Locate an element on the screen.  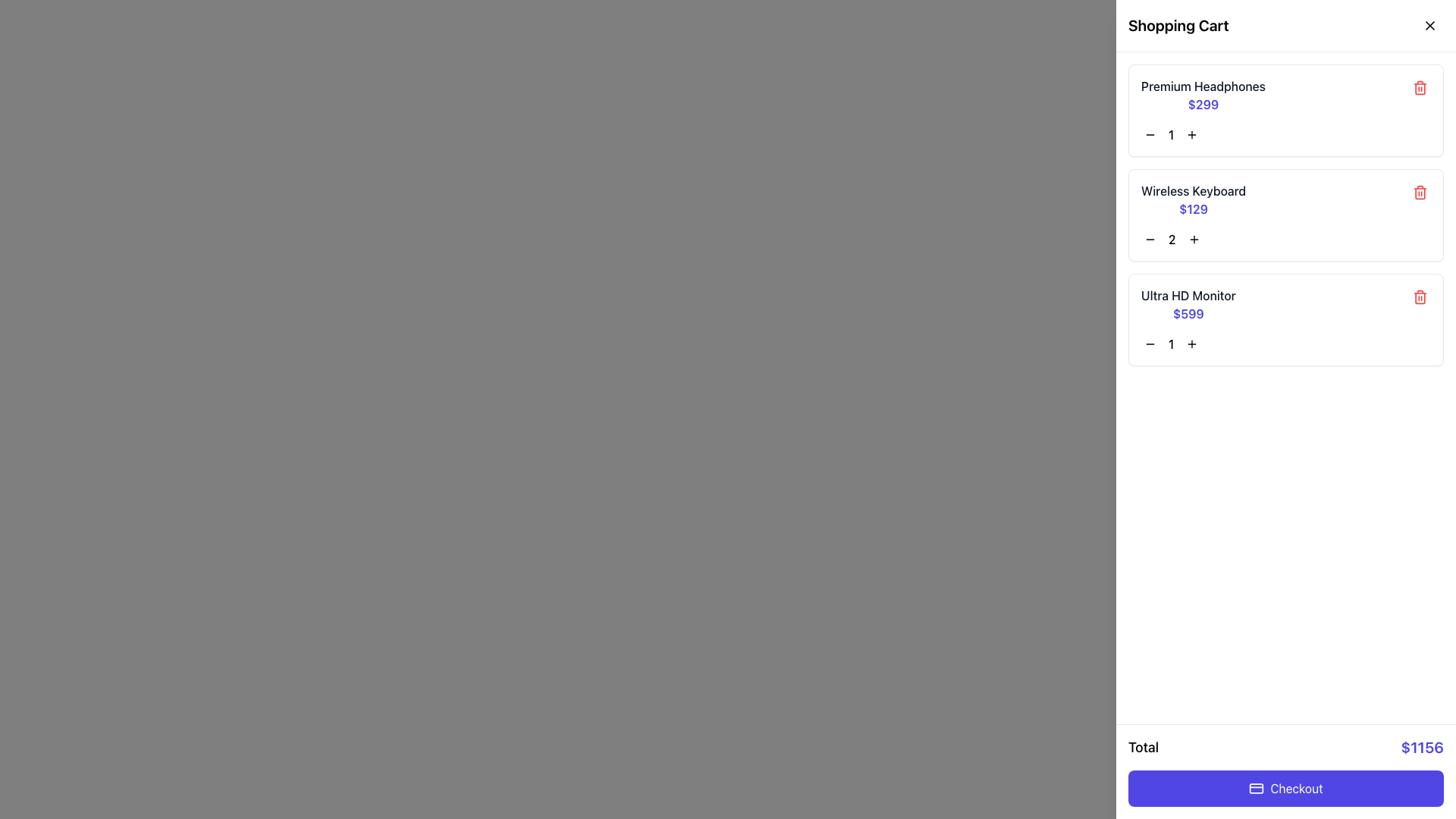
the product card representing the item in the shopping cart is located at coordinates (1285, 215).